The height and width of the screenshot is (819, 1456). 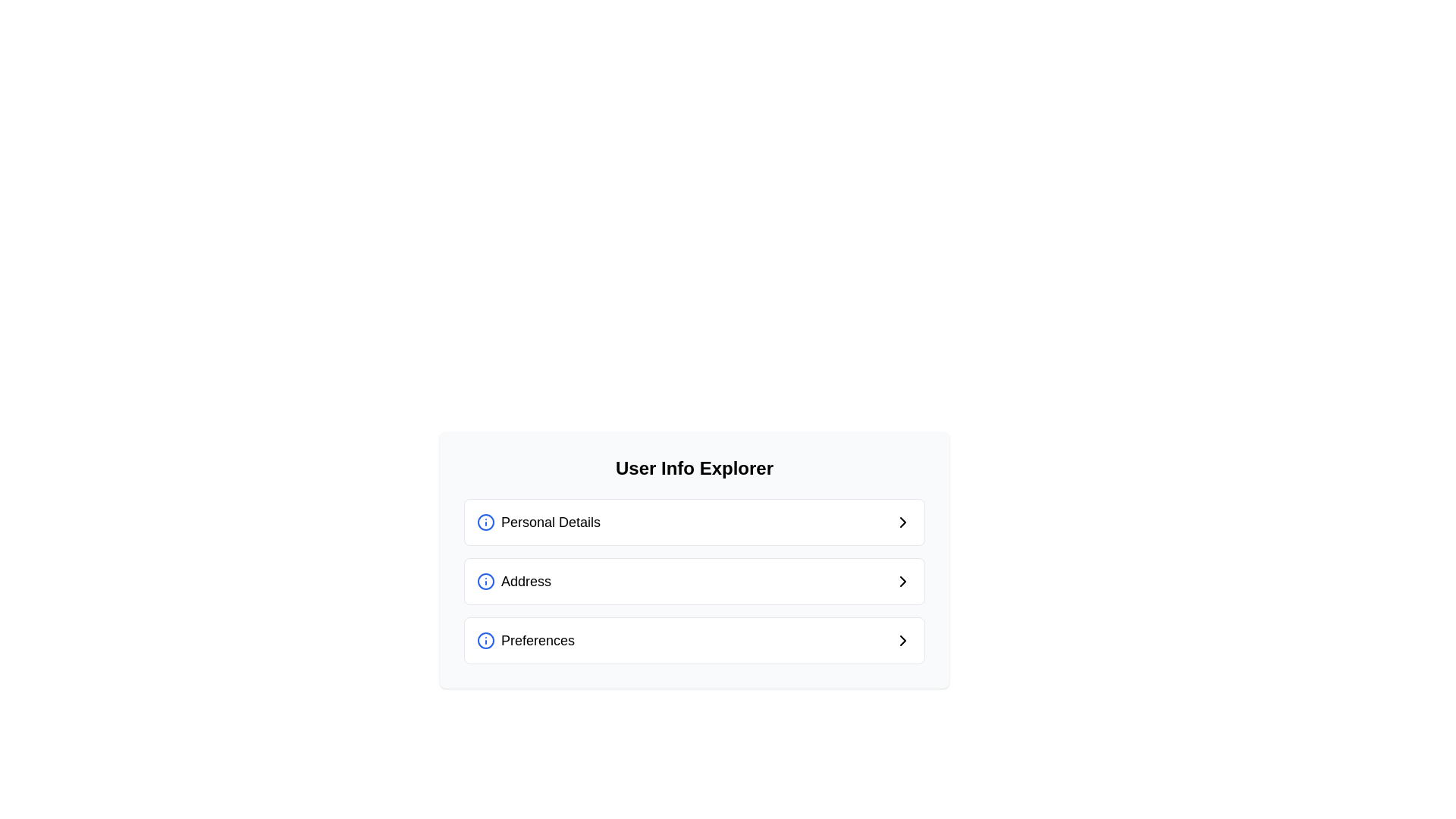 What do you see at coordinates (486, 581) in the screenshot?
I see `the icon positioned to the left of the 'Address' text in the second row of the vertically stacked menu` at bounding box center [486, 581].